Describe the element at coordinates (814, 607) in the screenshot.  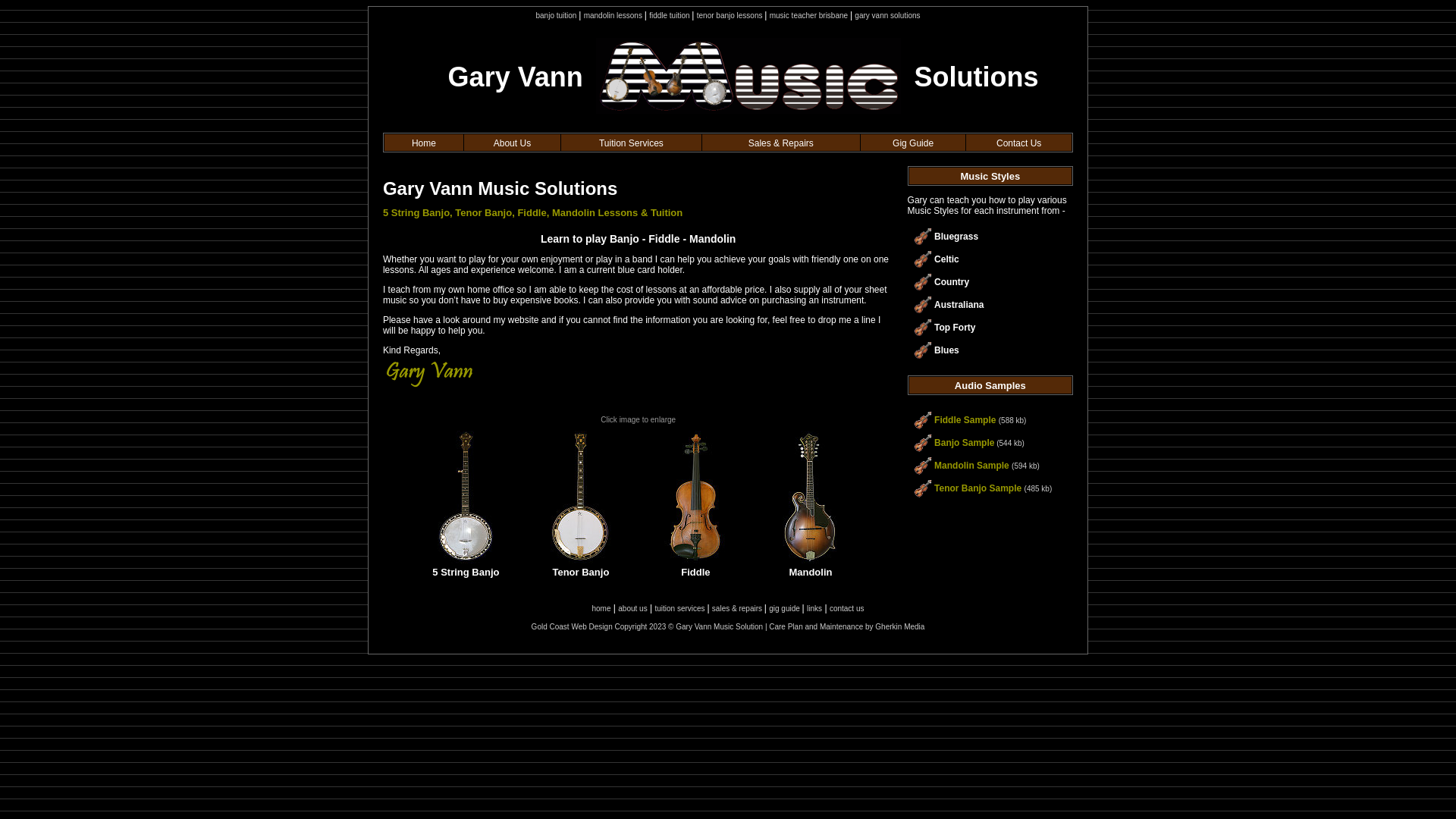
I see `'links'` at that location.